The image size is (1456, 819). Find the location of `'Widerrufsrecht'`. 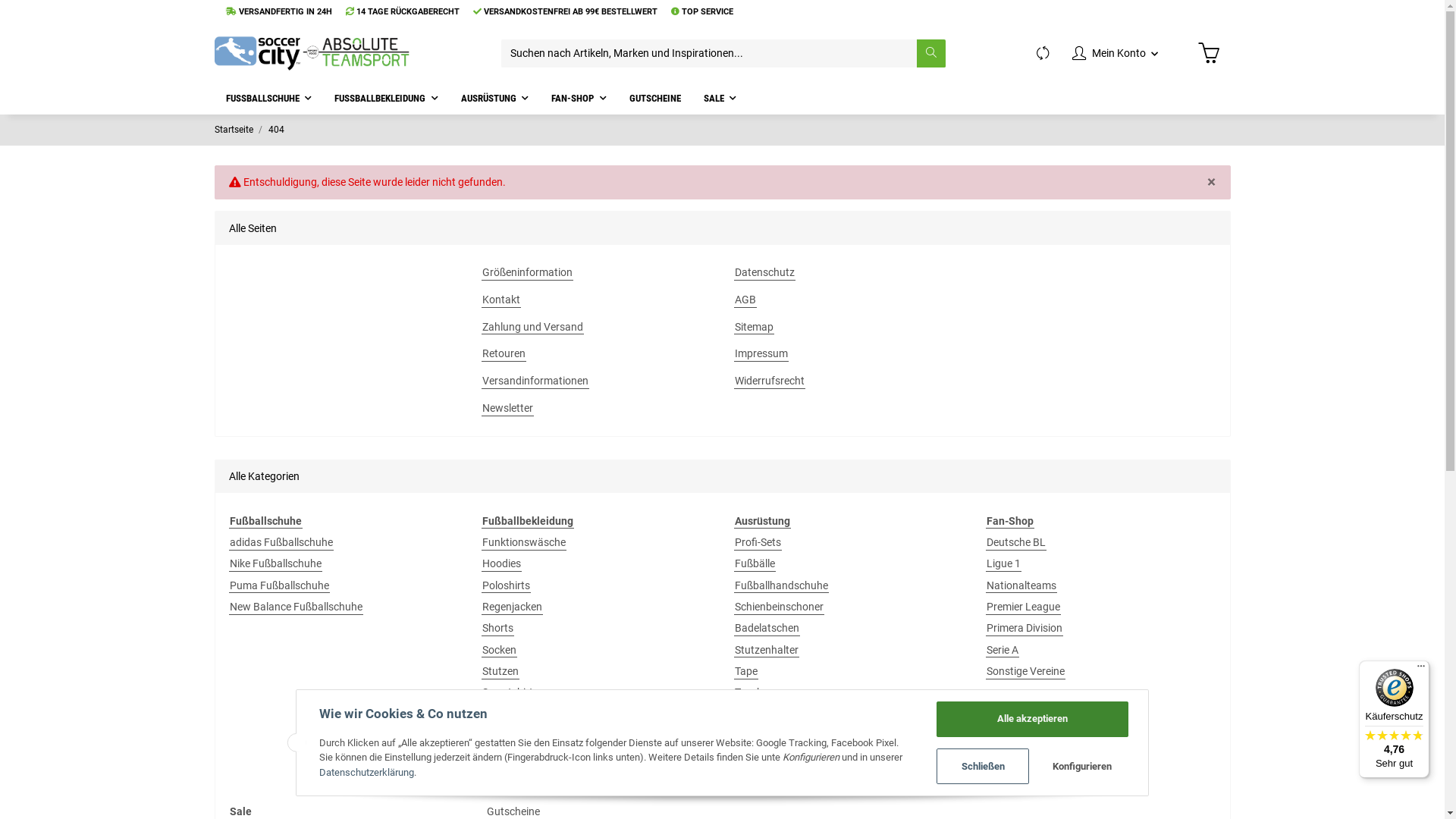

'Widerrufsrecht' is located at coordinates (769, 380).